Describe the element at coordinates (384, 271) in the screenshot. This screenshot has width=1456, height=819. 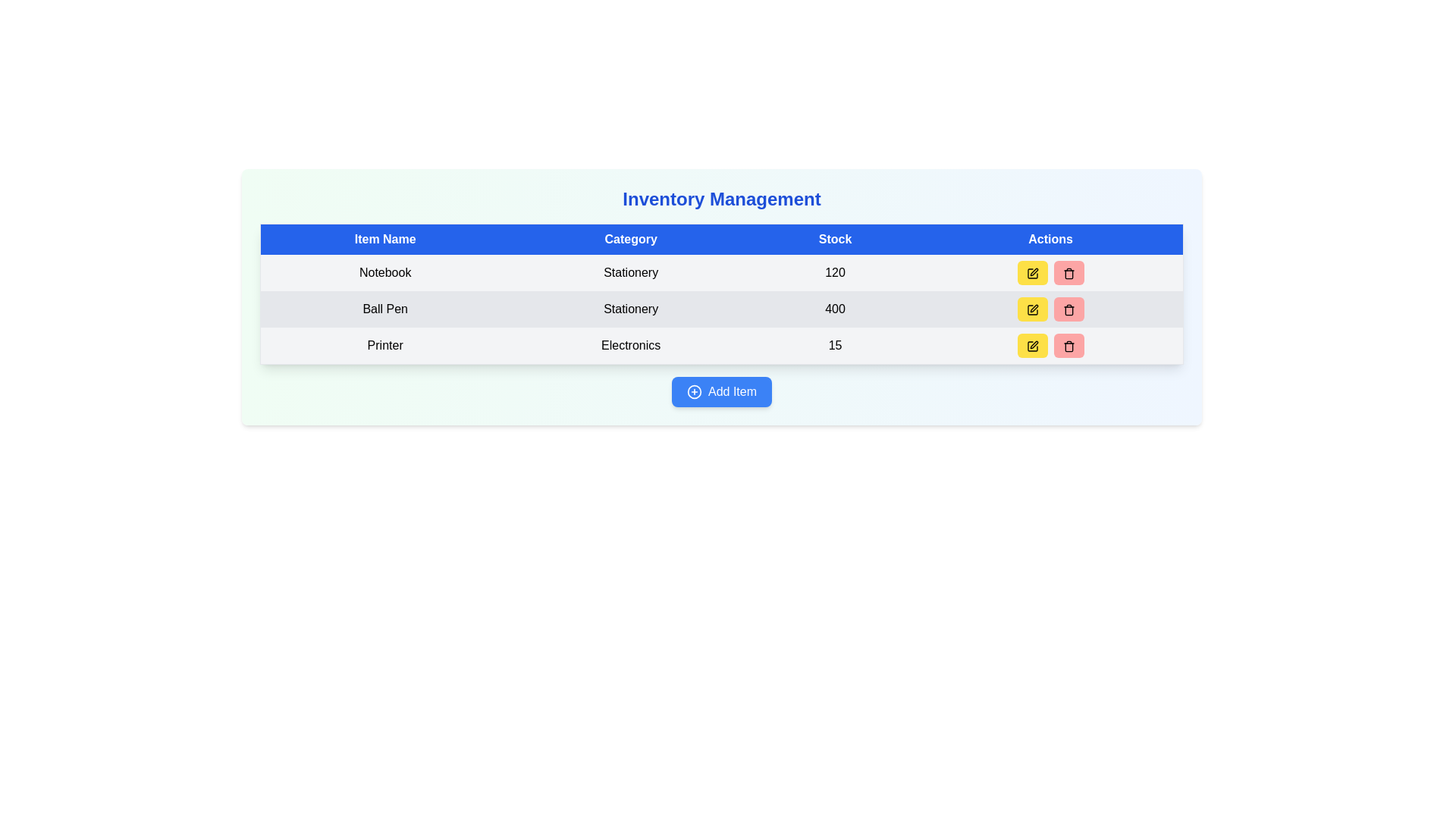
I see `the static text label displaying 'Notebook' which is located in the first row of a data table under the 'Item Name' column` at that location.